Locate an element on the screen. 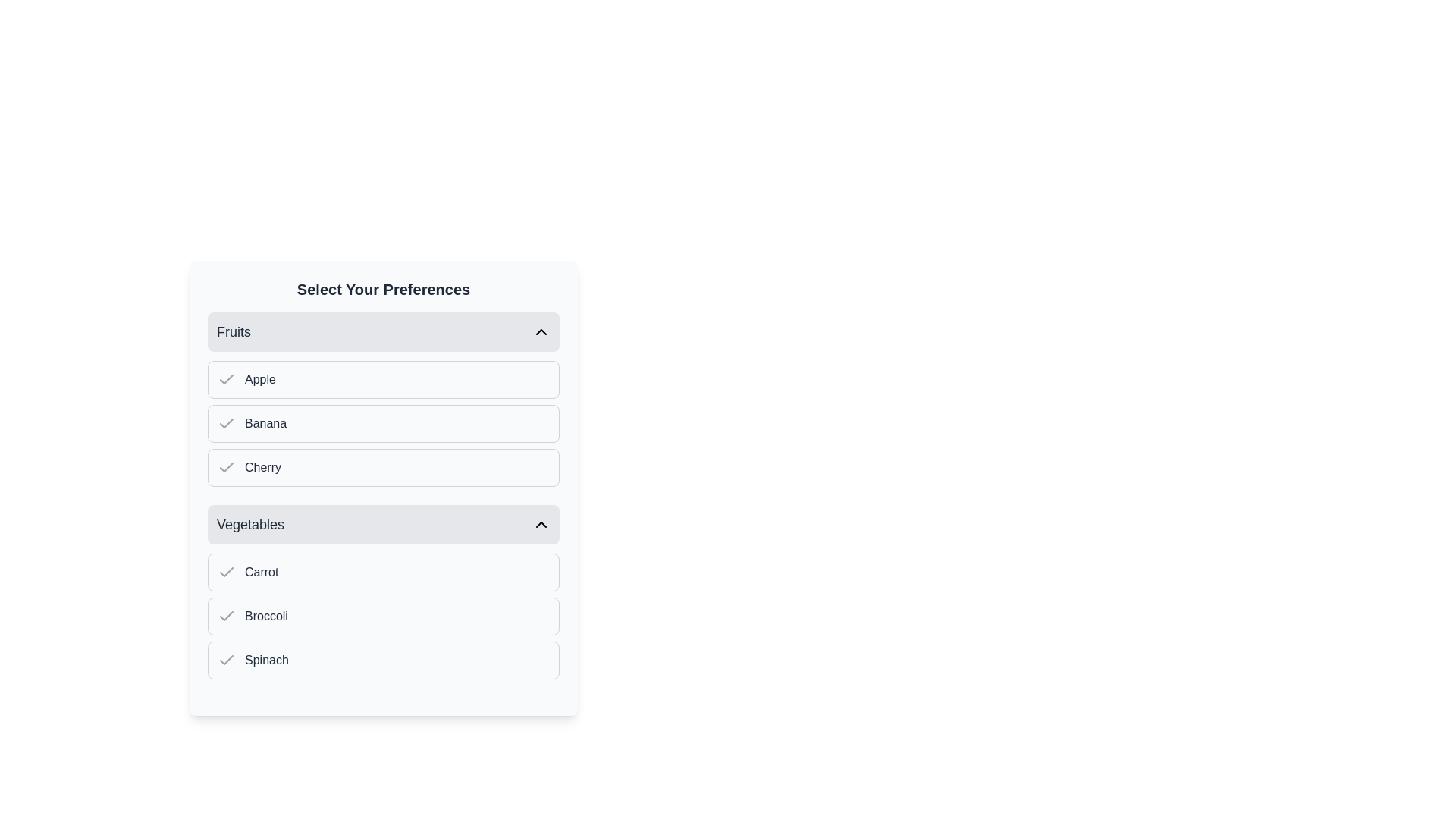 Image resolution: width=1456 pixels, height=819 pixels. the 'Vegetables' section title text label, which identifies items like 'Carrot,' 'Broccoli,' and 'Spinach.' is located at coordinates (250, 523).